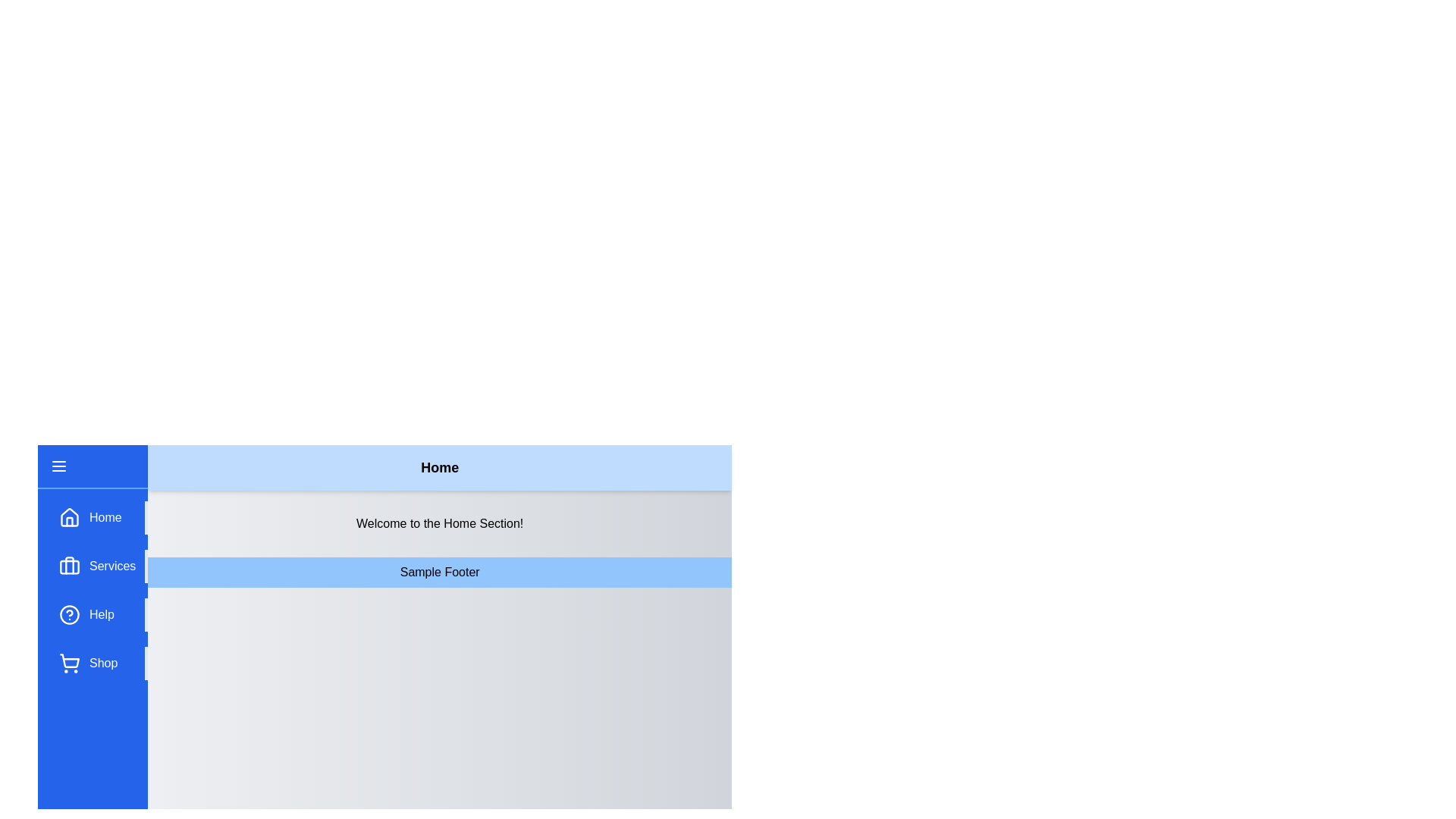 The height and width of the screenshot is (819, 1456). Describe the element at coordinates (98, 566) in the screenshot. I see `the rectangular blue button with a briefcase icon and 'Services' text` at that location.